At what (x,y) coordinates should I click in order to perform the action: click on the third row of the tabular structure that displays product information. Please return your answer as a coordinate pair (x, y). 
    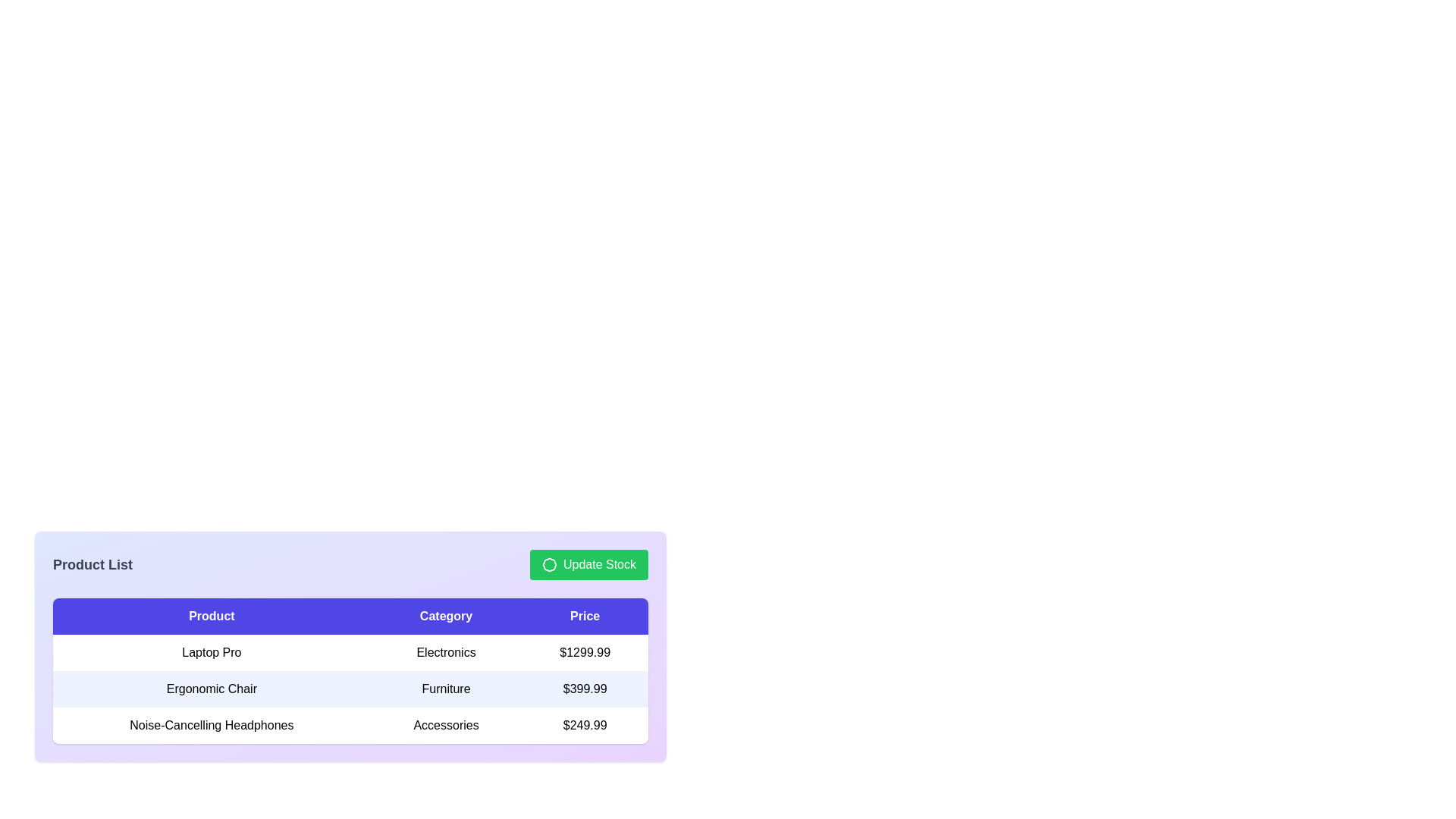
    Looking at the image, I should click on (350, 724).